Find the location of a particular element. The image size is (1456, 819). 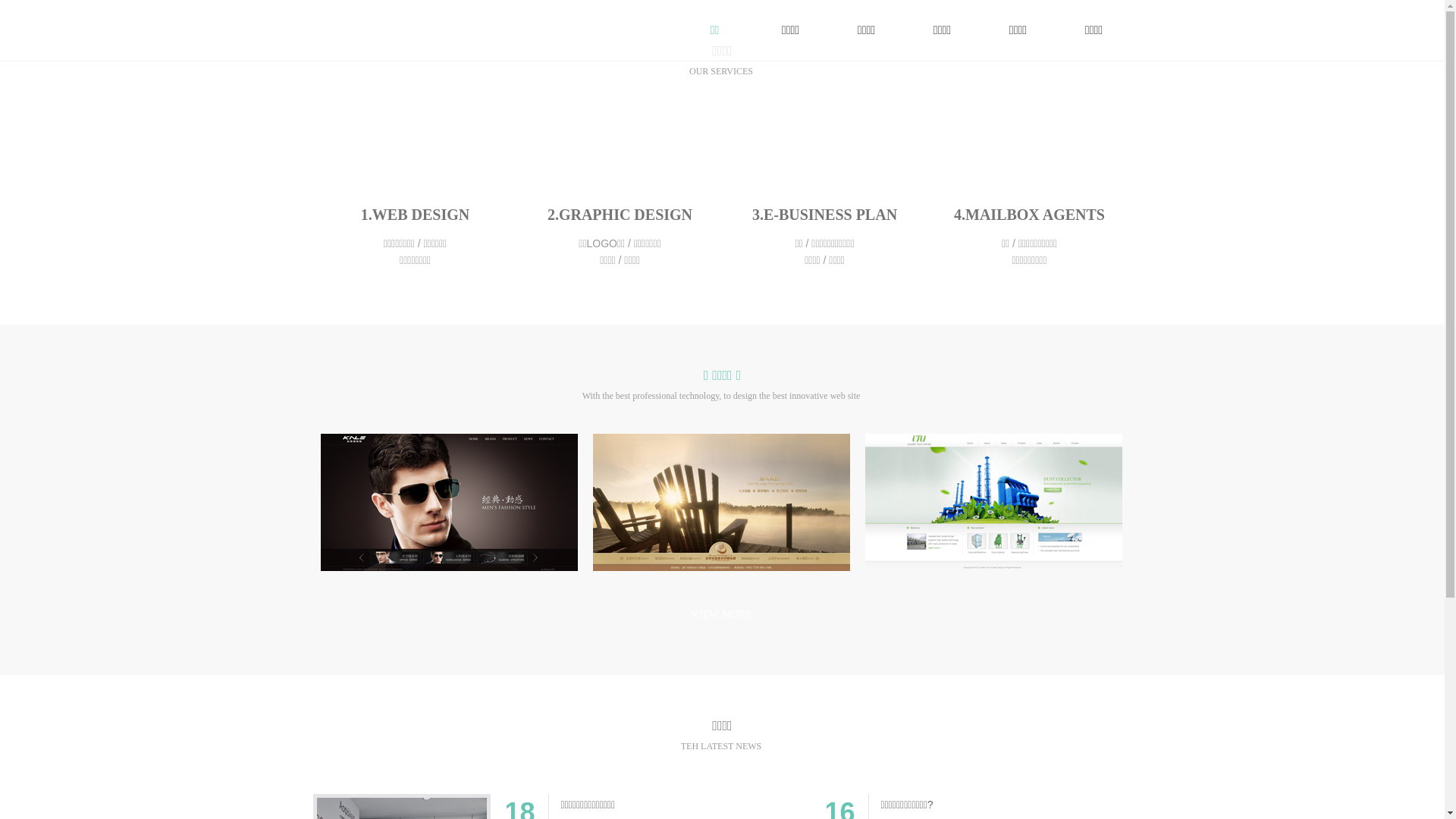

'VIEW MORE' is located at coordinates (721, 614).